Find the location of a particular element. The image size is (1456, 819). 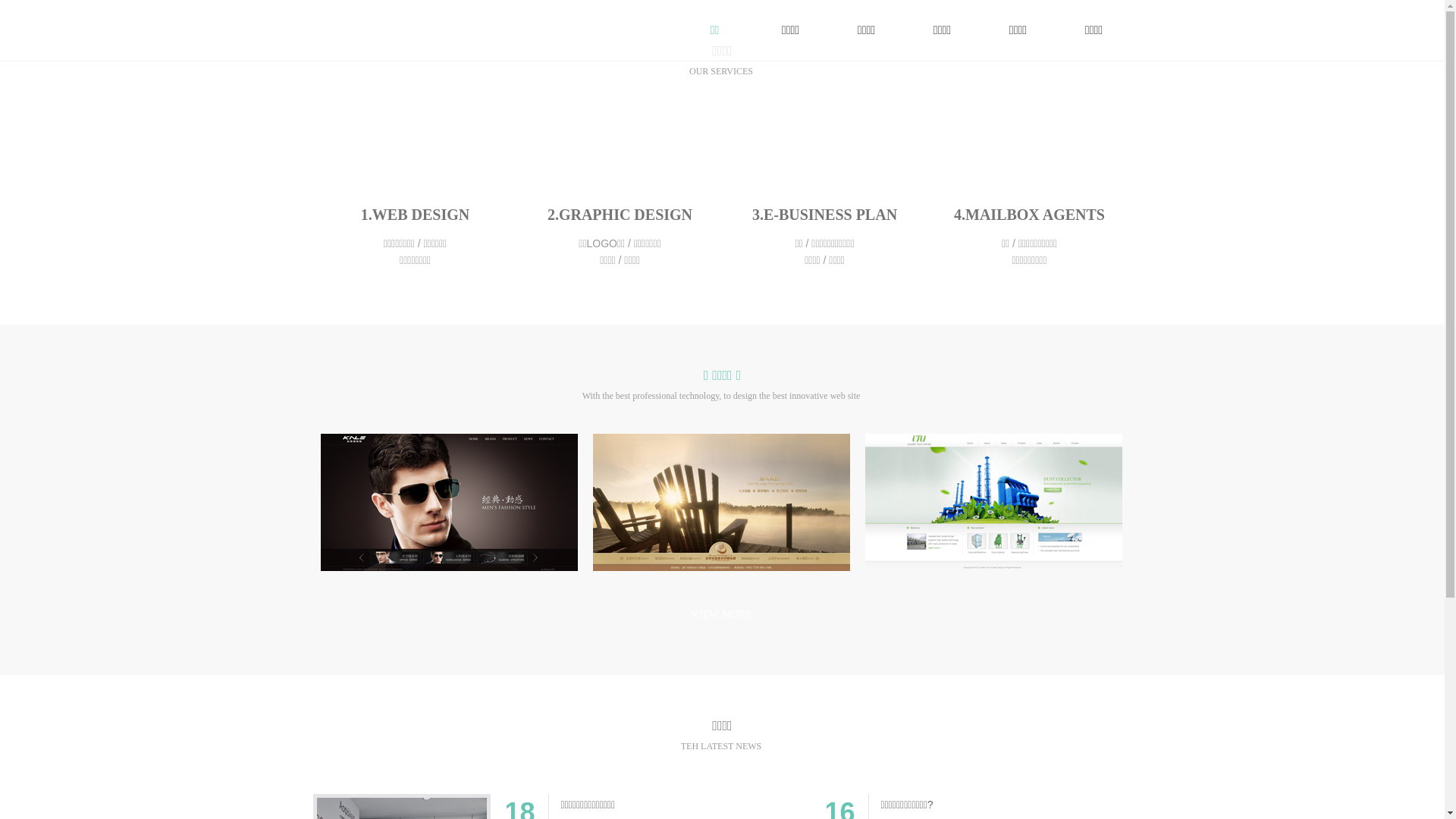

'VIEW MORE' is located at coordinates (721, 614).